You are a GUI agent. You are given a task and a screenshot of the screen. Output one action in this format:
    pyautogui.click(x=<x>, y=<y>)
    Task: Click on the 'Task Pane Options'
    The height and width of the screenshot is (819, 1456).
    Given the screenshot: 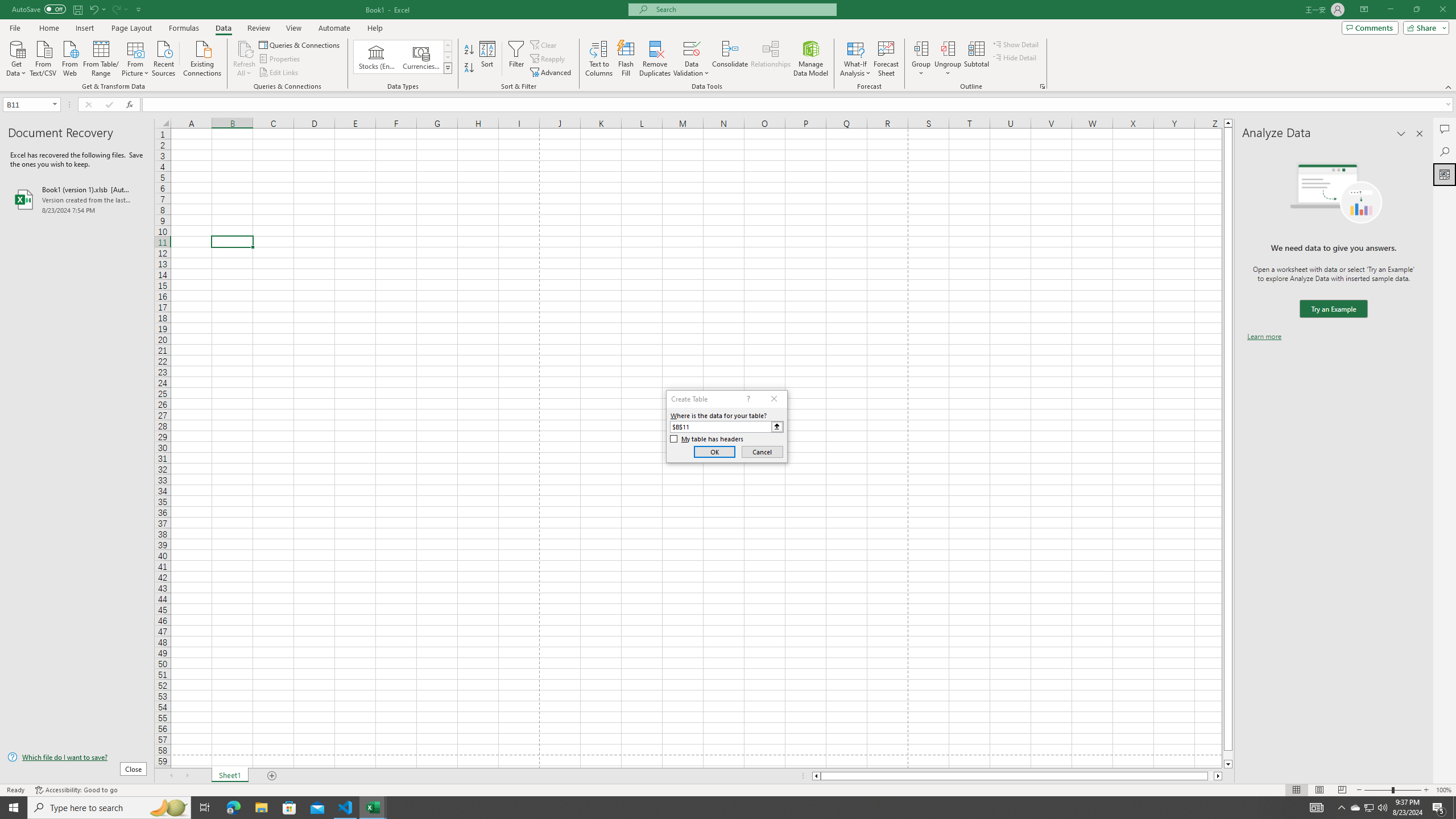 What is the action you would take?
    pyautogui.click(x=1401, y=133)
    